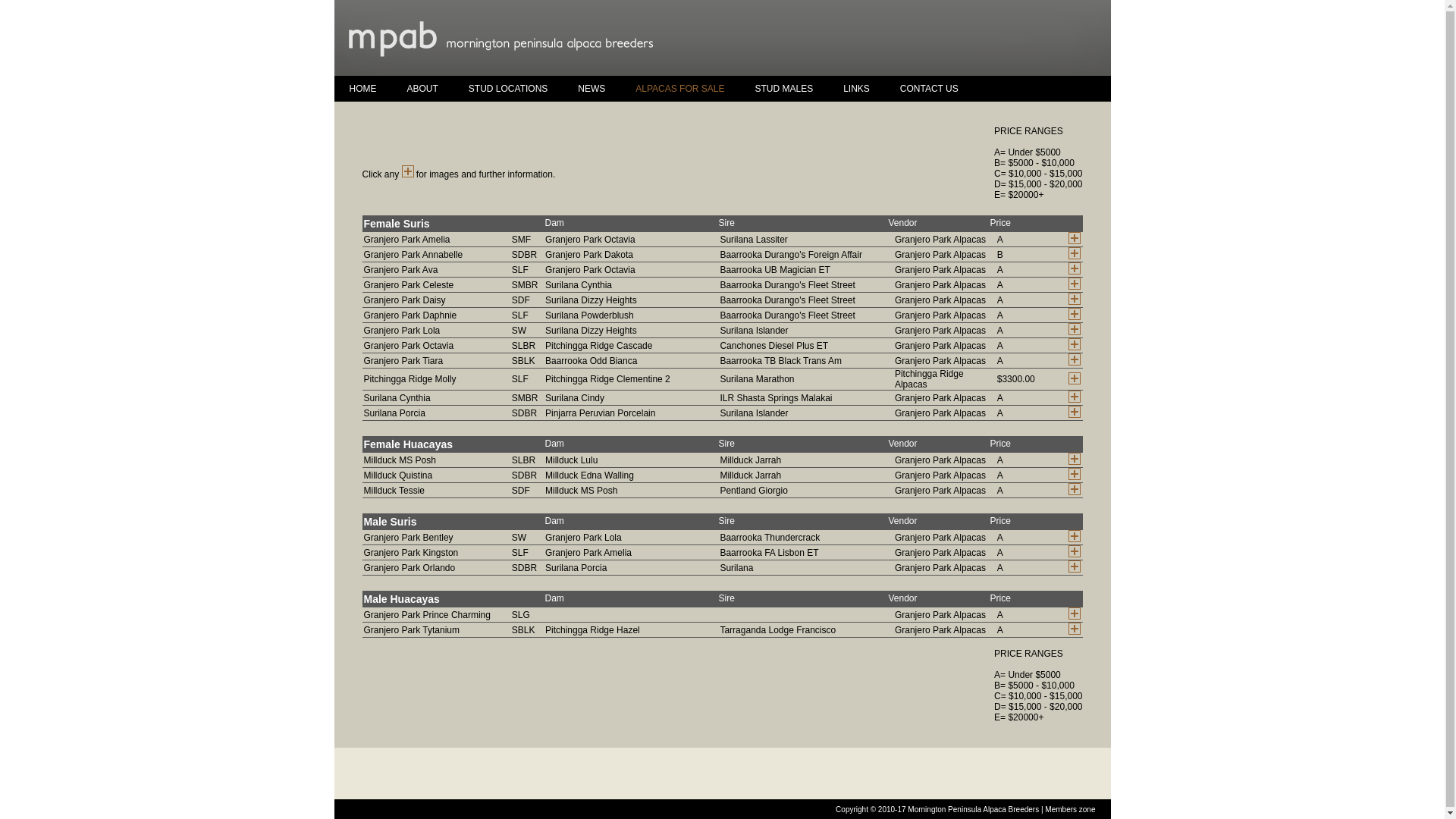 Image resolution: width=1456 pixels, height=819 pixels. I want to click on 'HOME', so click(362, 88).